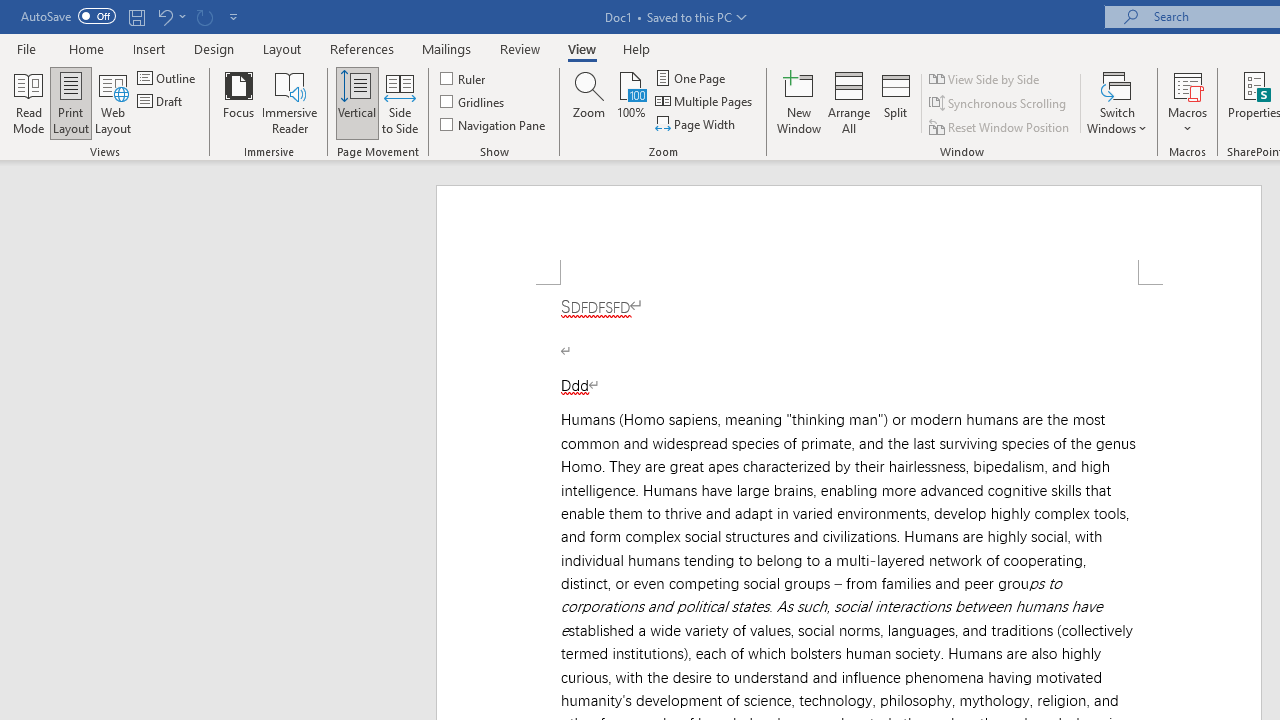 The image size is (1280, 720). What do you see at coordinates (446, 48) in the screenshot?
I see `'Mailings'` at bounding box center [446, 48].